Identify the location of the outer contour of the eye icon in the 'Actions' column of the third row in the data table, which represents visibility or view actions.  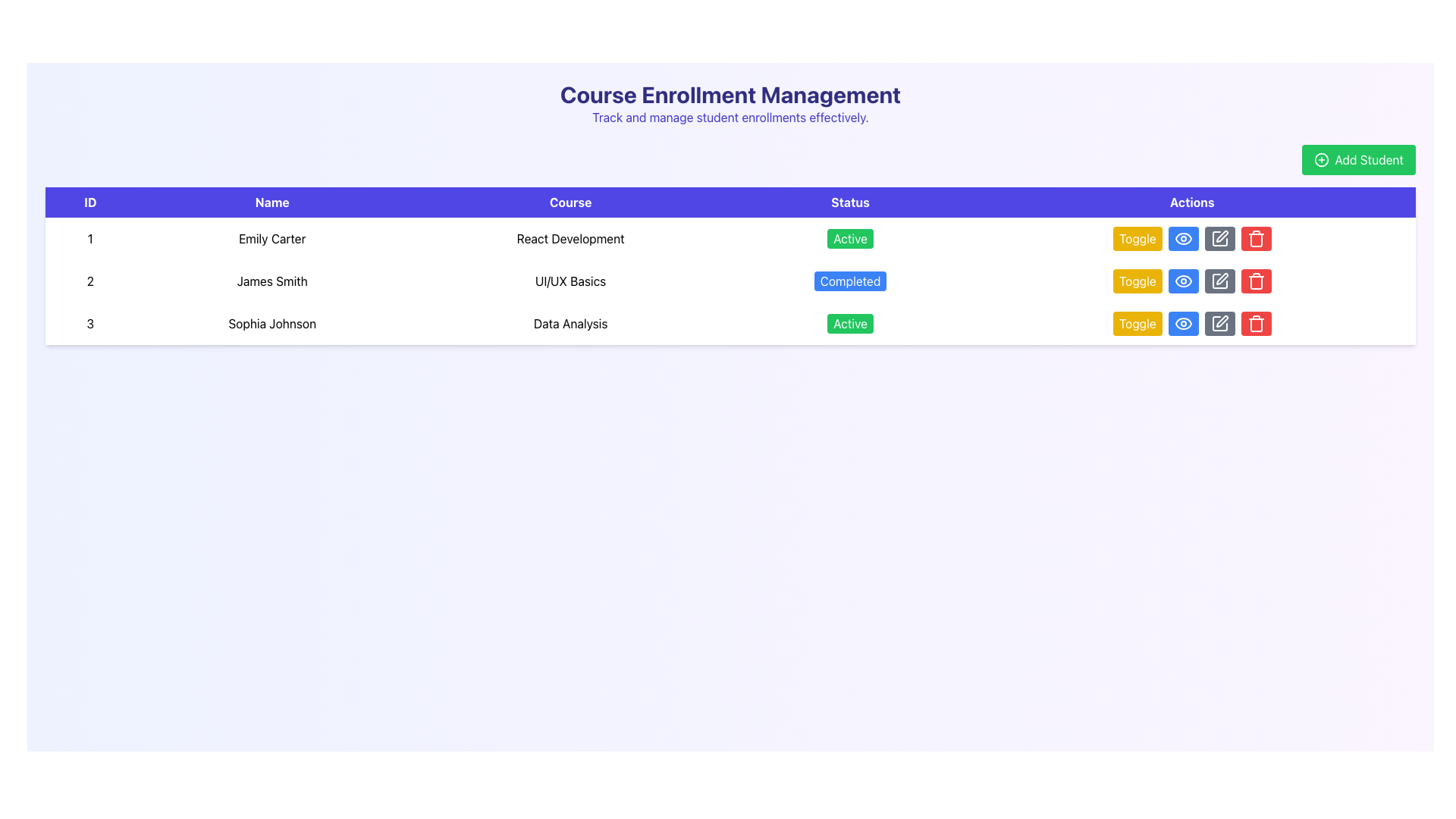
(1182, 323).